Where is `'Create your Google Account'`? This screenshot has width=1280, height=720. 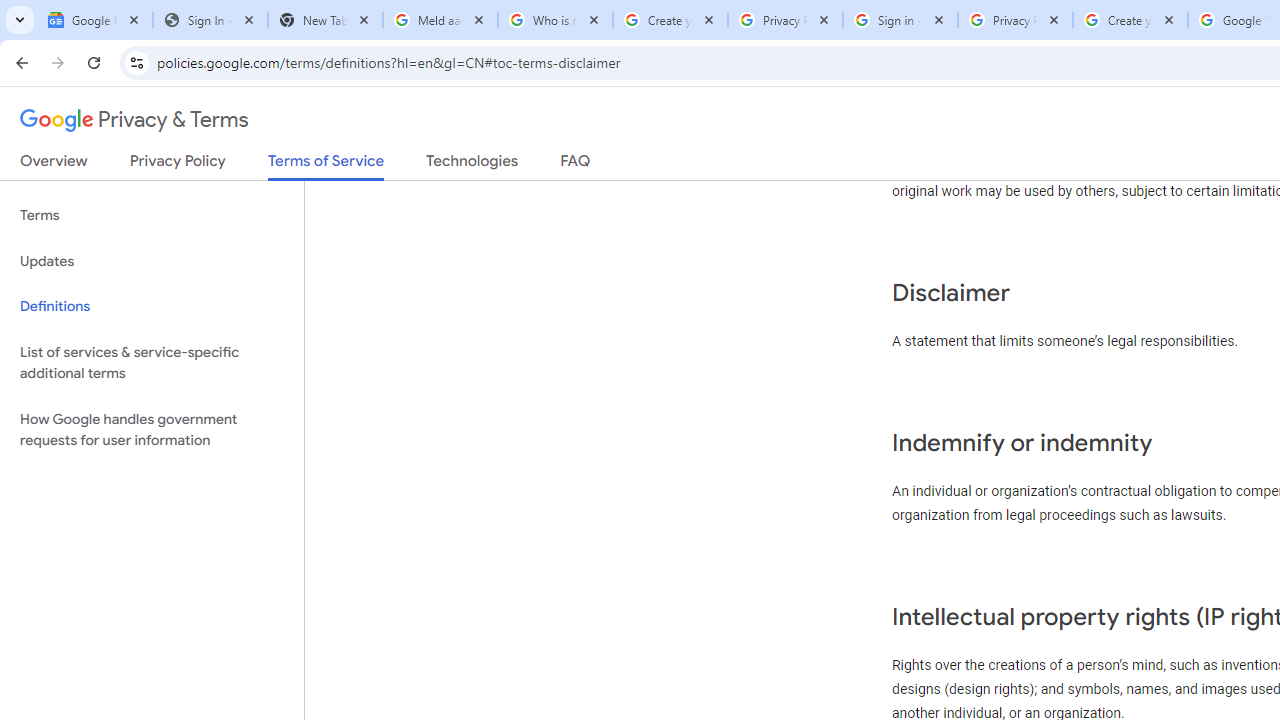 'Create your Google Account' is located at coordinates (1130, 20).